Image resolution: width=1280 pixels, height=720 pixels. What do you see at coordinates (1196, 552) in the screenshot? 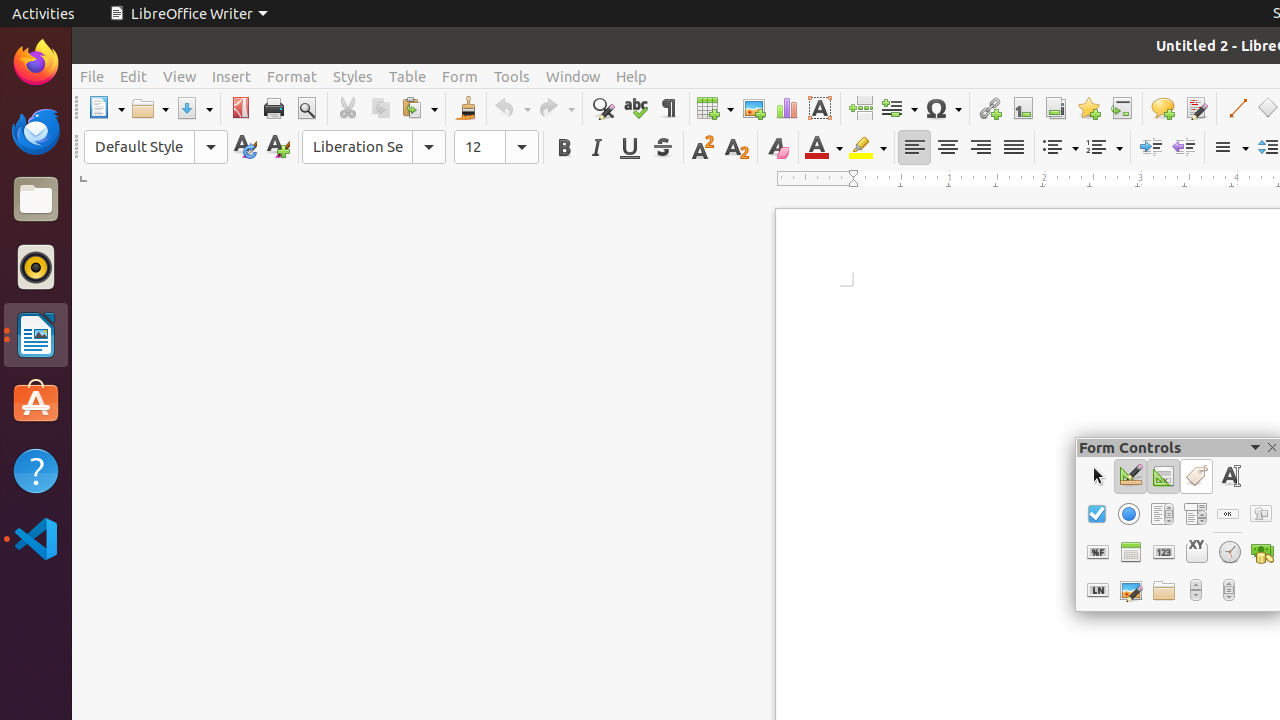
I see `'Group Box'` at bounding box center [1196, 552].